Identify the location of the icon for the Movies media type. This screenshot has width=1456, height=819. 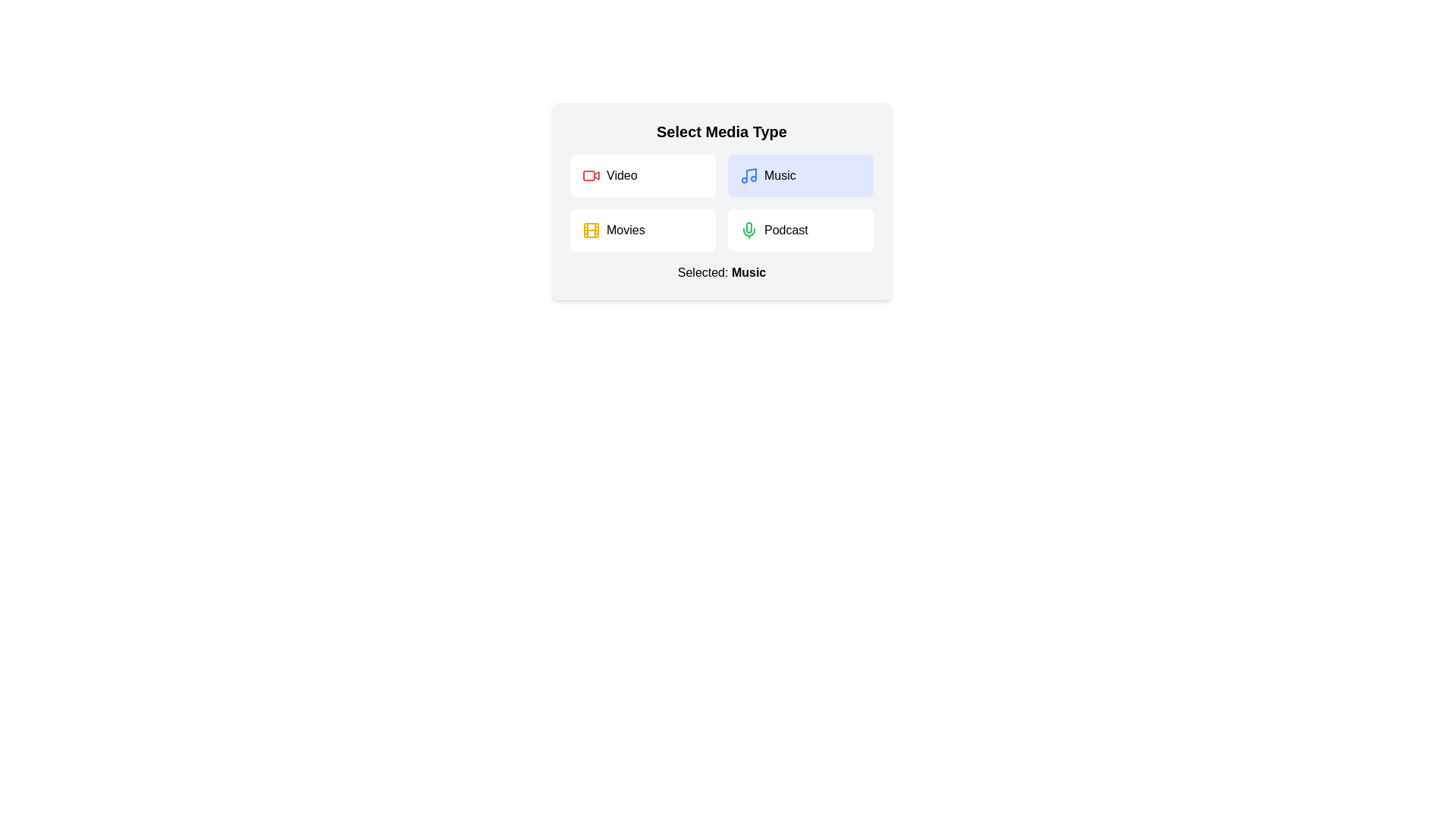
(590, 231).